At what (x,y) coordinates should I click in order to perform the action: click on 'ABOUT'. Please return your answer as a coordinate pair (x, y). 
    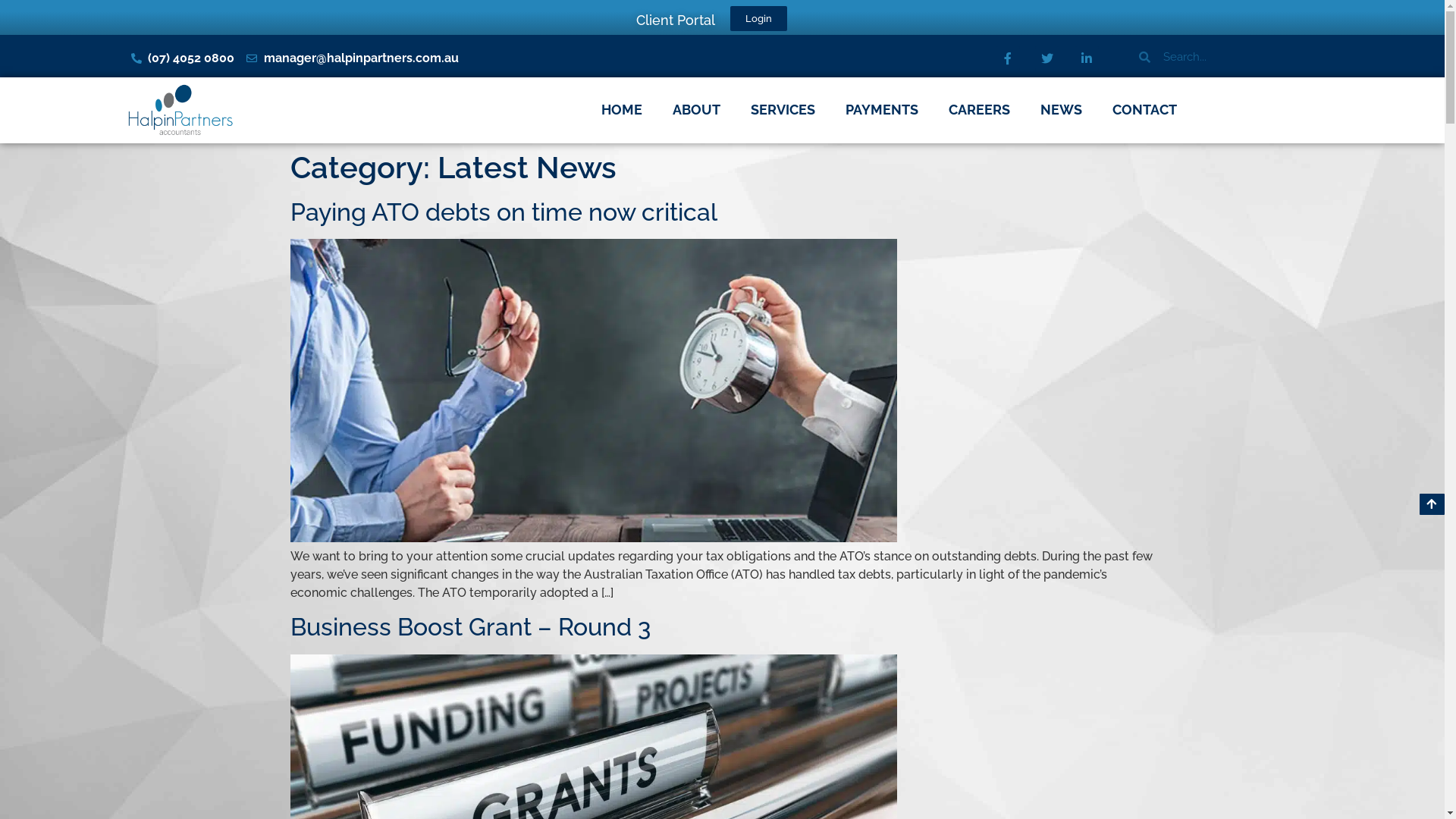
    Looking at the image, I should click on (695, 109).